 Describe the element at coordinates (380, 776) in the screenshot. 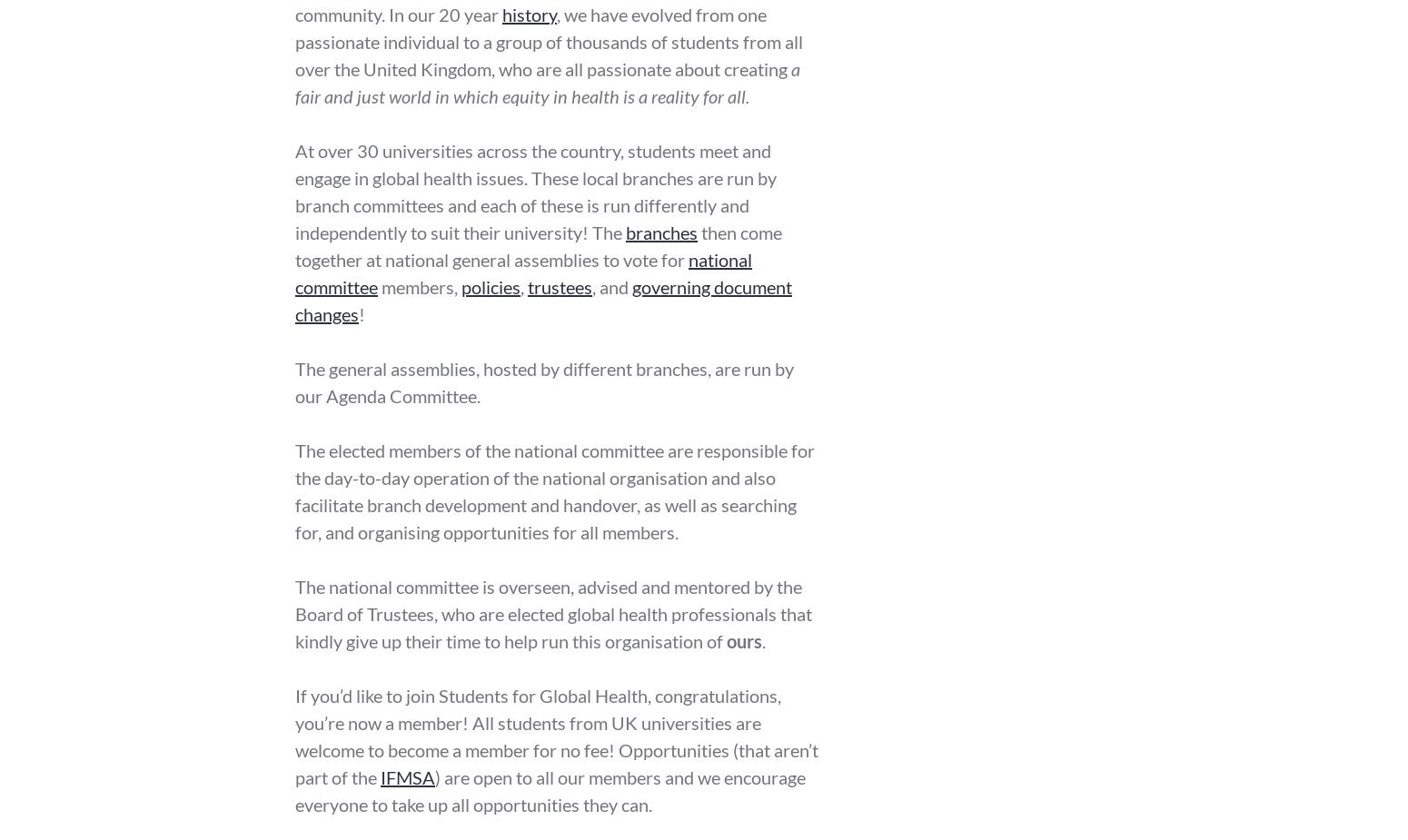

I see `'IFMSA'` at that location.